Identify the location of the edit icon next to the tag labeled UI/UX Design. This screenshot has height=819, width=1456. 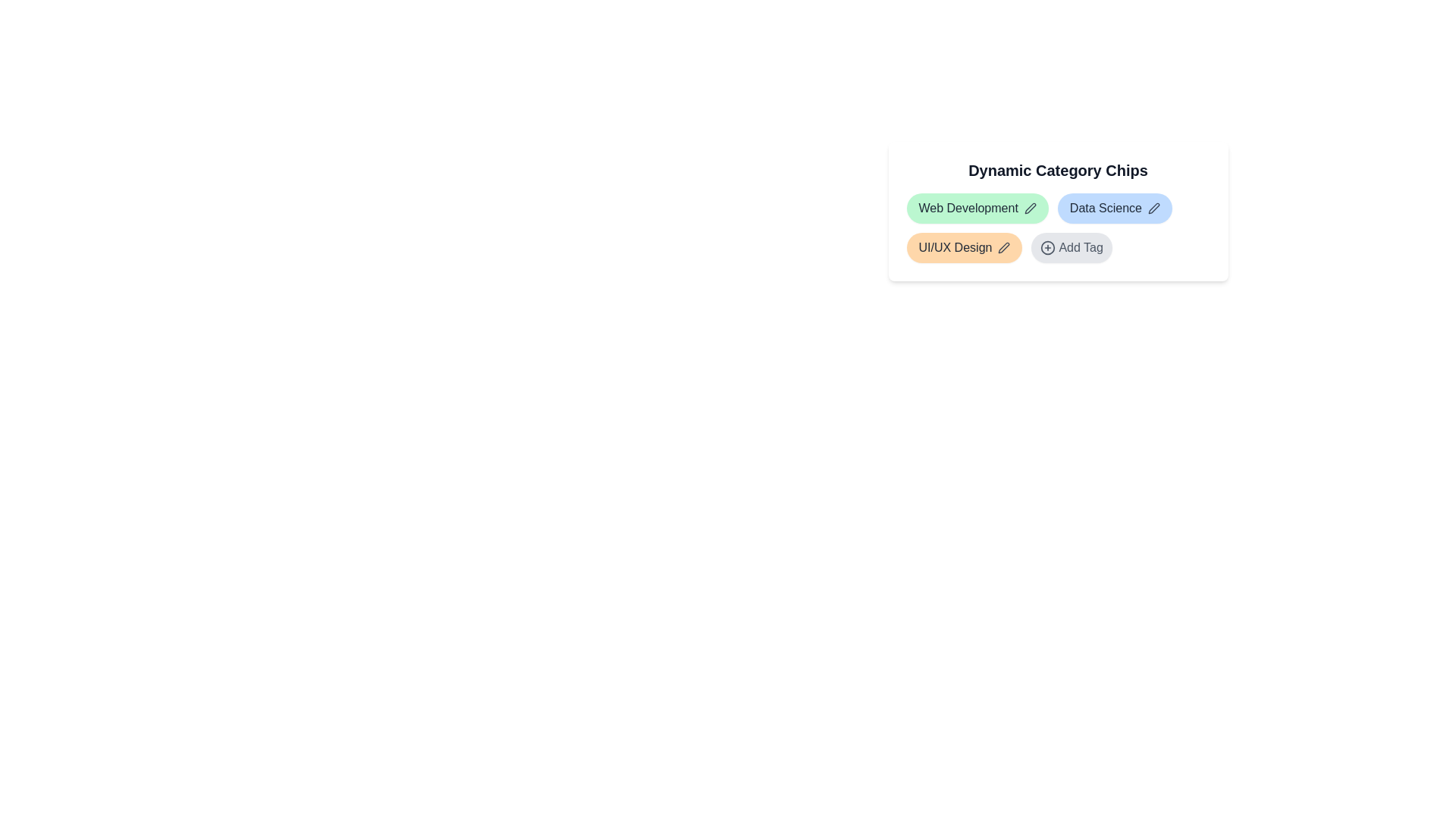
(1004, 247).